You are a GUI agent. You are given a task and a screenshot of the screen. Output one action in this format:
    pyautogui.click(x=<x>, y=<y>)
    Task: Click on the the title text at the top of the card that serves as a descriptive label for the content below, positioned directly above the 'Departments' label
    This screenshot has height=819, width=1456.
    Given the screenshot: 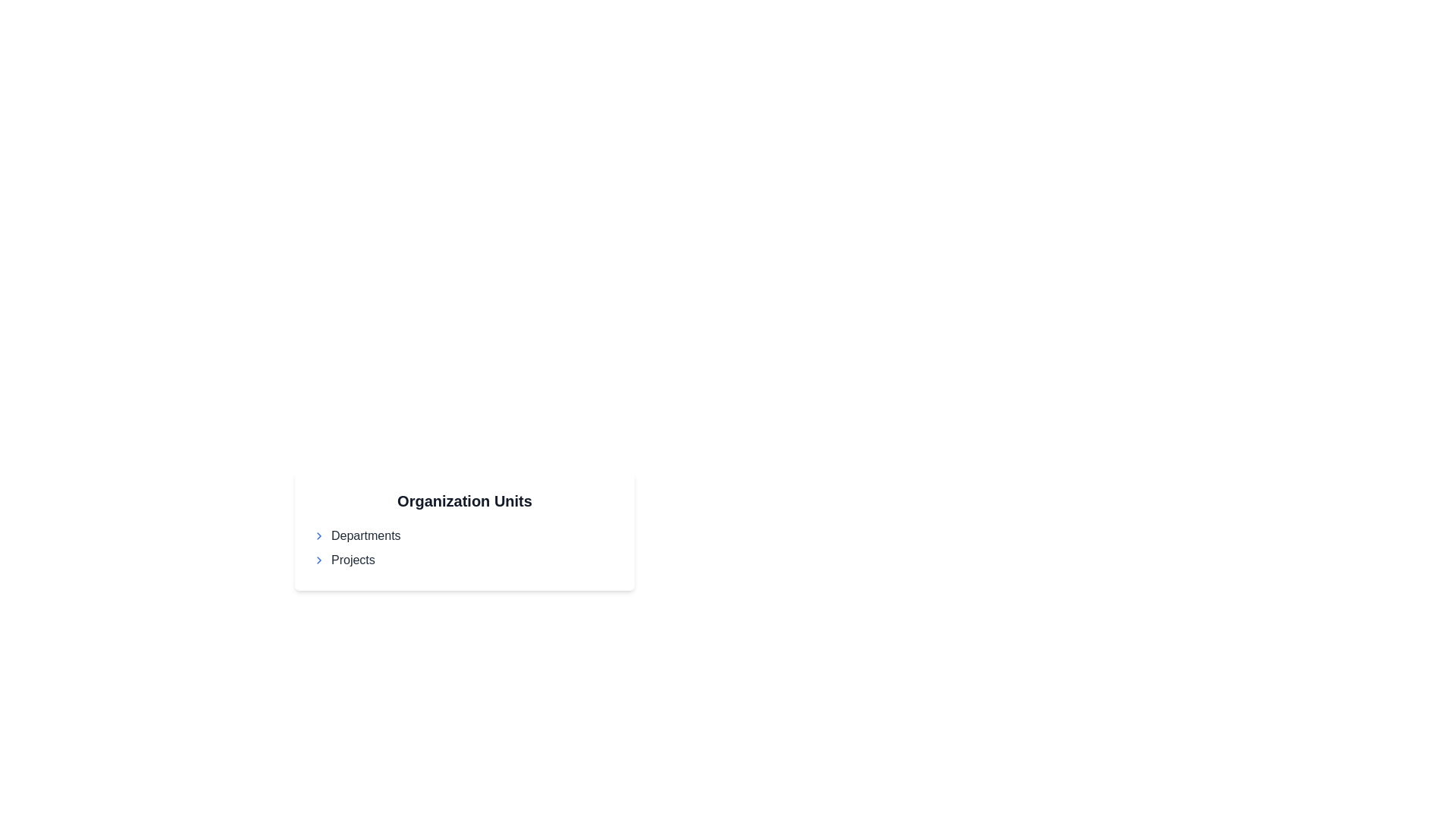 What is the action you would take?
    pyautogui.click(x=464, y=500)
    